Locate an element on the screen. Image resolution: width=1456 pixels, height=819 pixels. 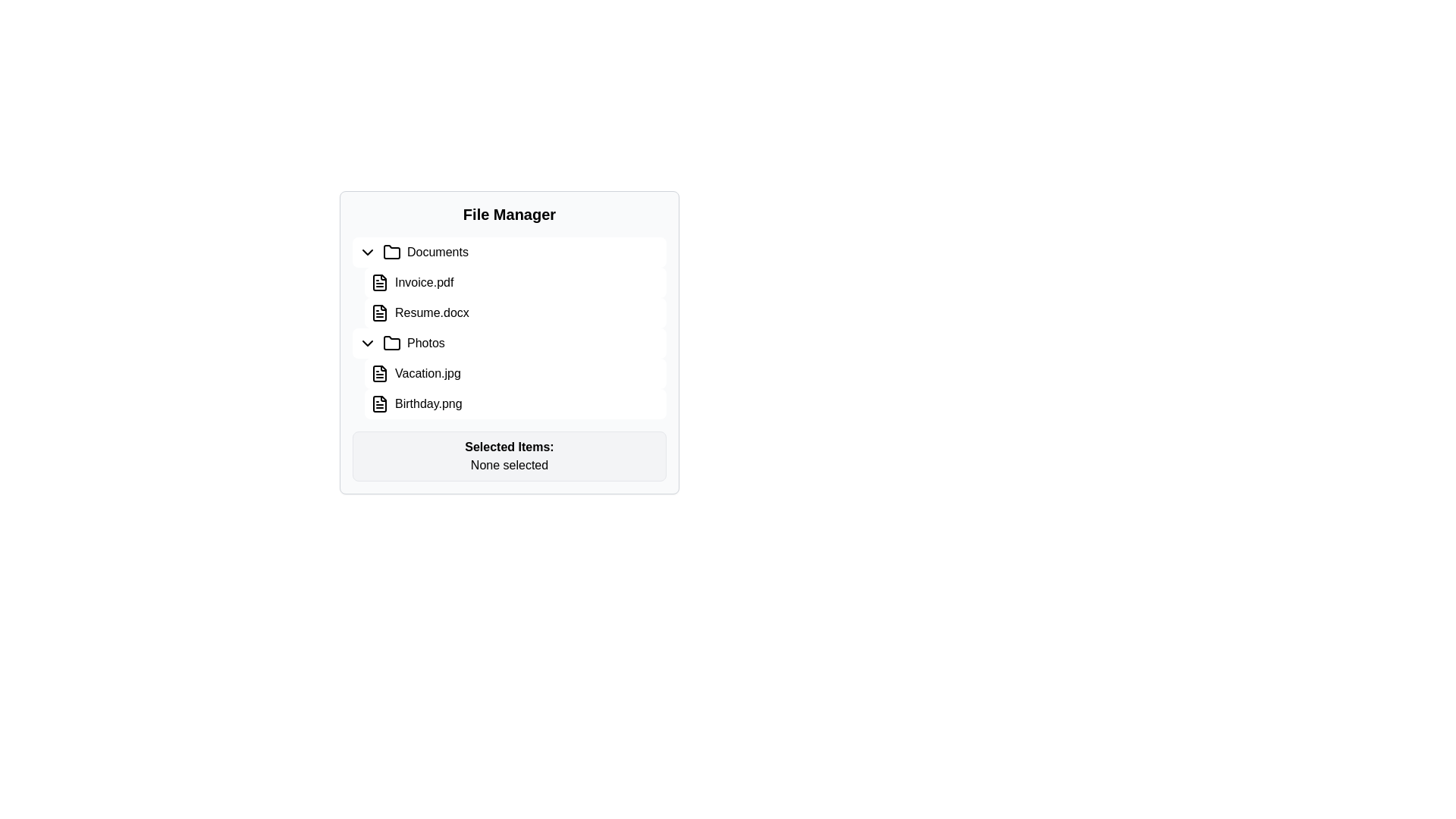
the graphical icon styled as a sheet of paper that represents the file type for 'Birthday.png', located to the left of its label in the file list is located at coordinates (379, 403).